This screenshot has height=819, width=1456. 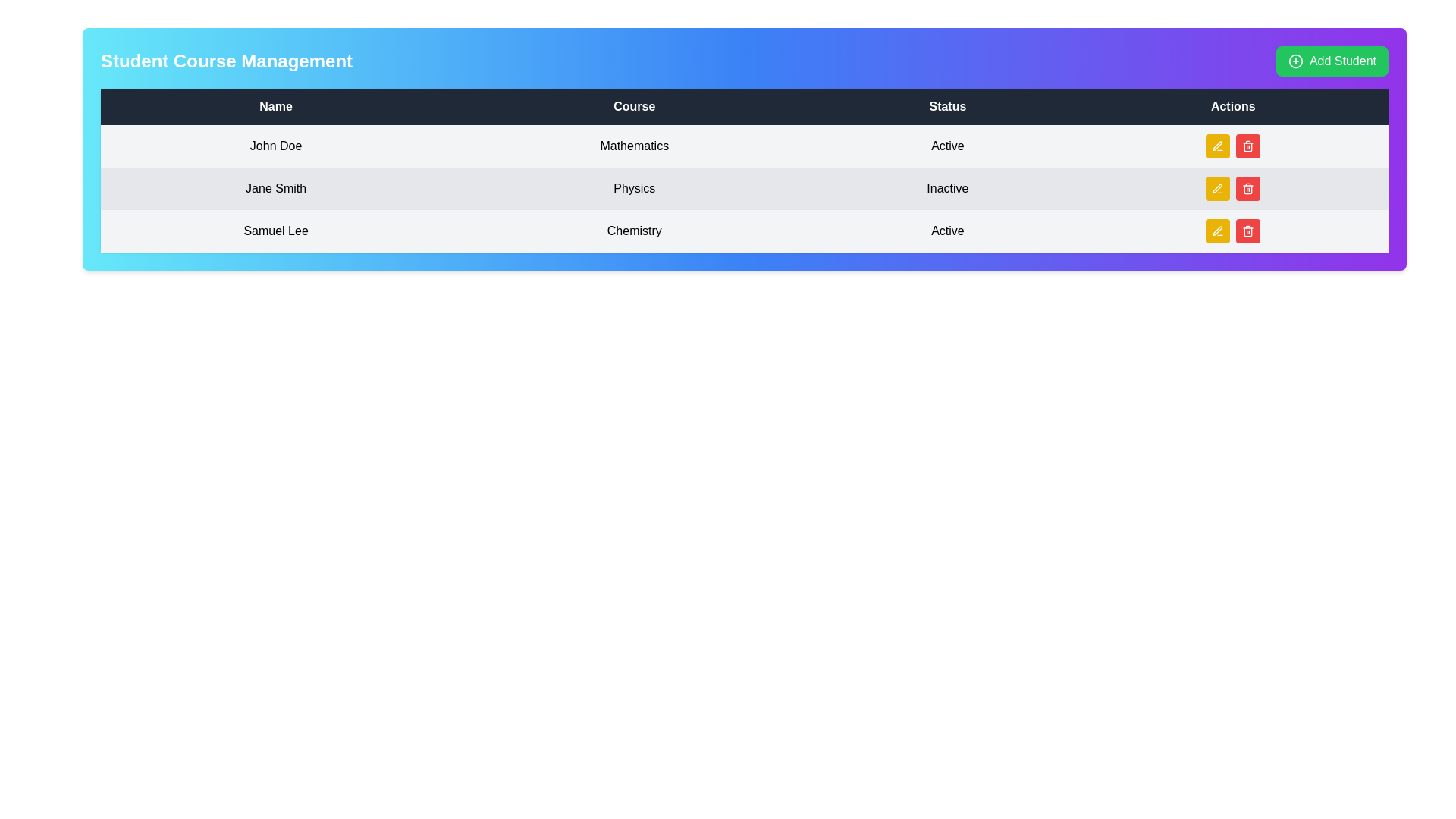 I want to click on the yellow edit button with a pen icon in the Actions column of the first row, so click(x=1218, y=146).